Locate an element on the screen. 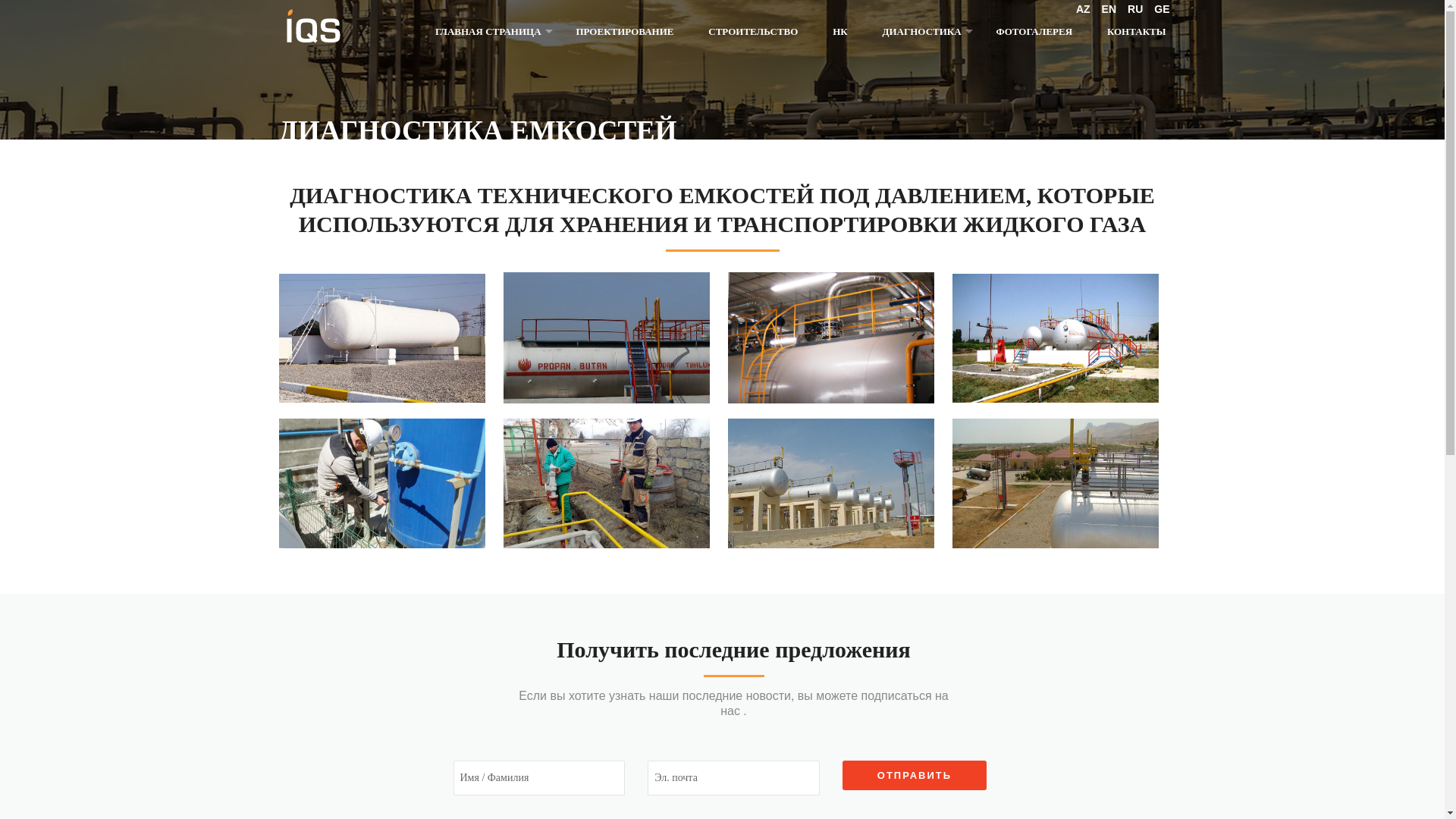 Image resolution: width=1456 pixels, height=819 pixels. 'RU' is located at coordinates (1135, 8).